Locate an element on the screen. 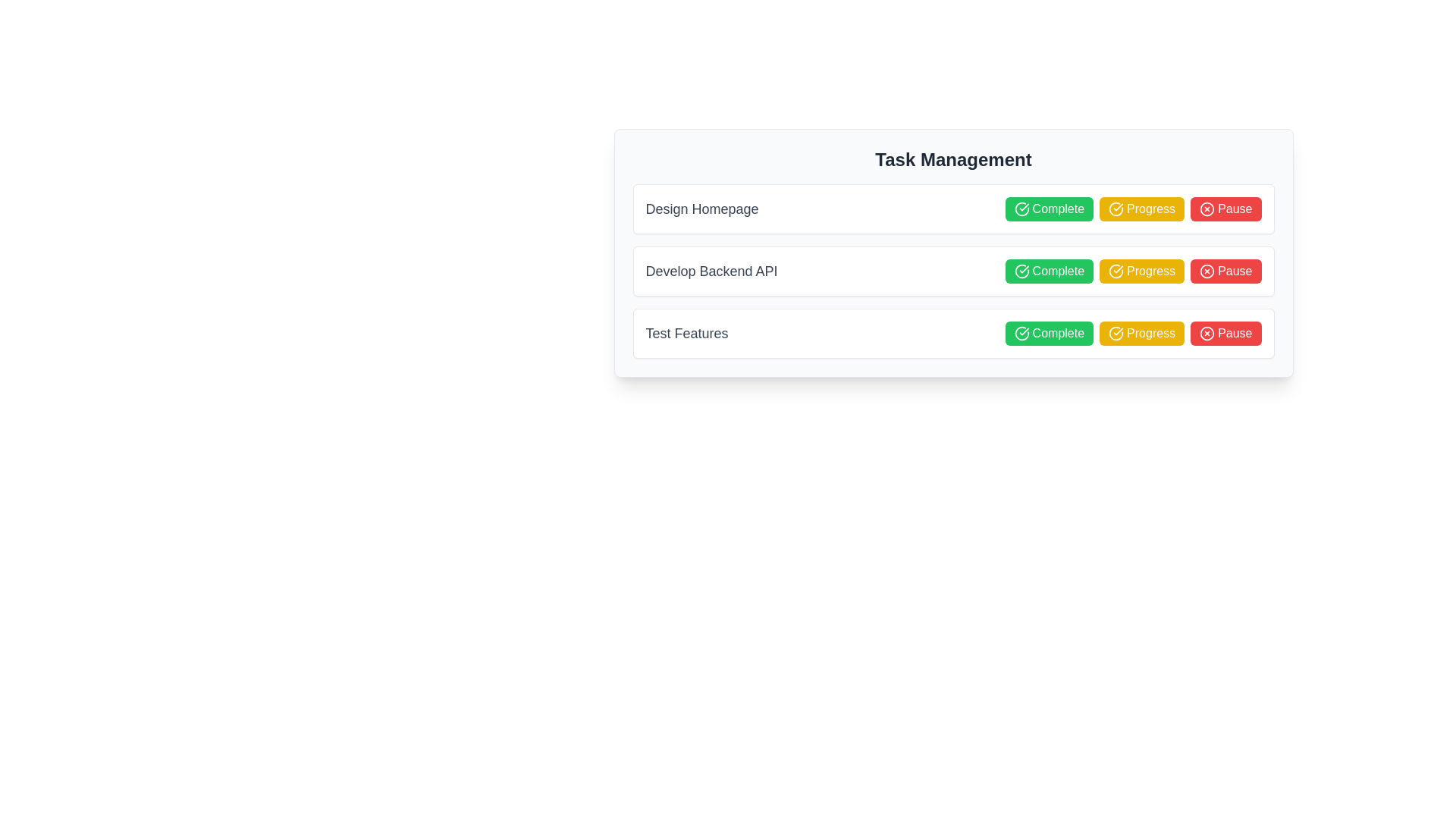 The height and width of the screenshot is (819, 1456). the yellow 'Progress' button with a checkmark icon, which is the second button in the 'Test Features' task control row is located at coordinates (1132, 332).